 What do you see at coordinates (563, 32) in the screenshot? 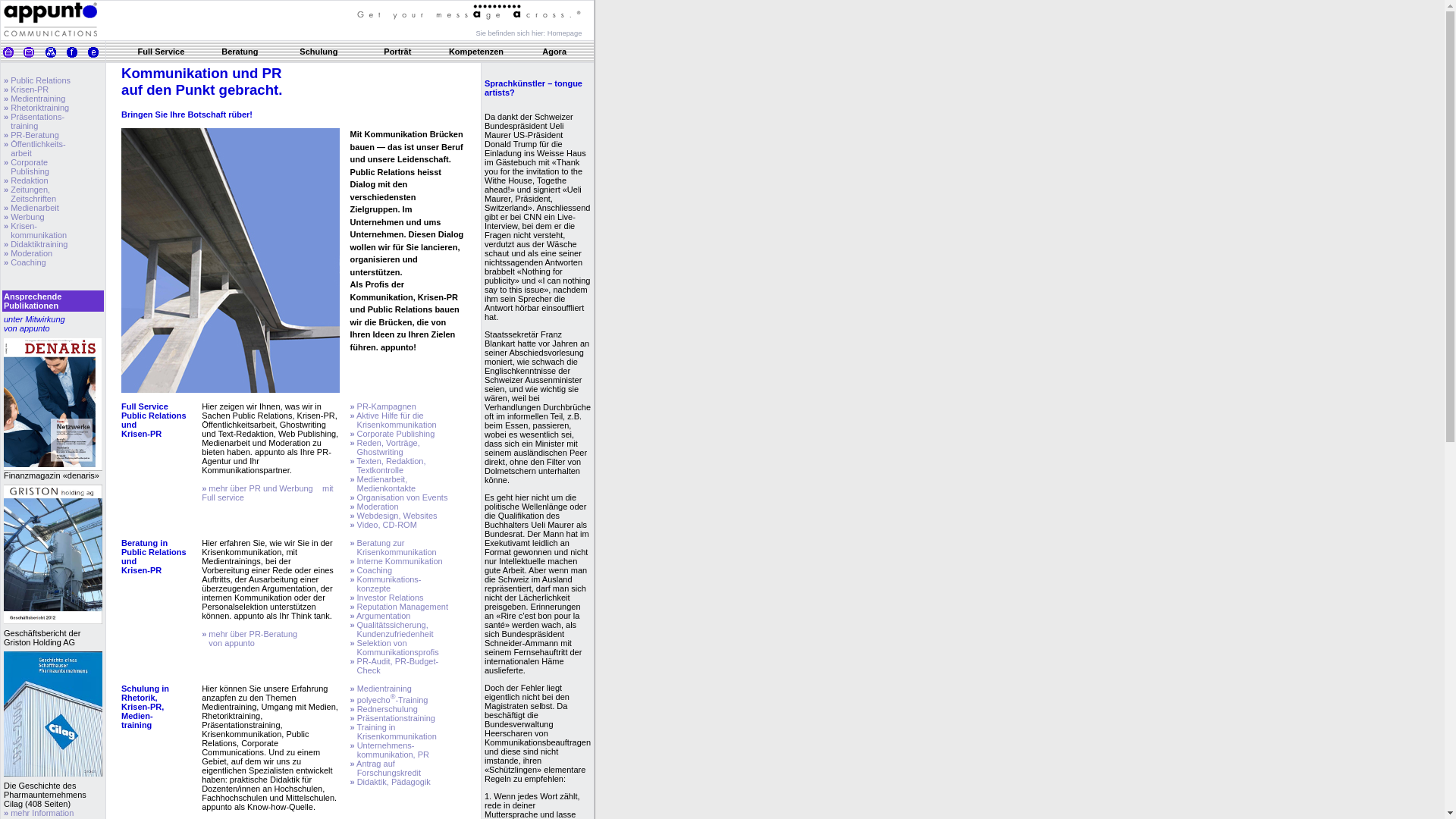
I see `'Homepage'` at bounding box center [563, 32].